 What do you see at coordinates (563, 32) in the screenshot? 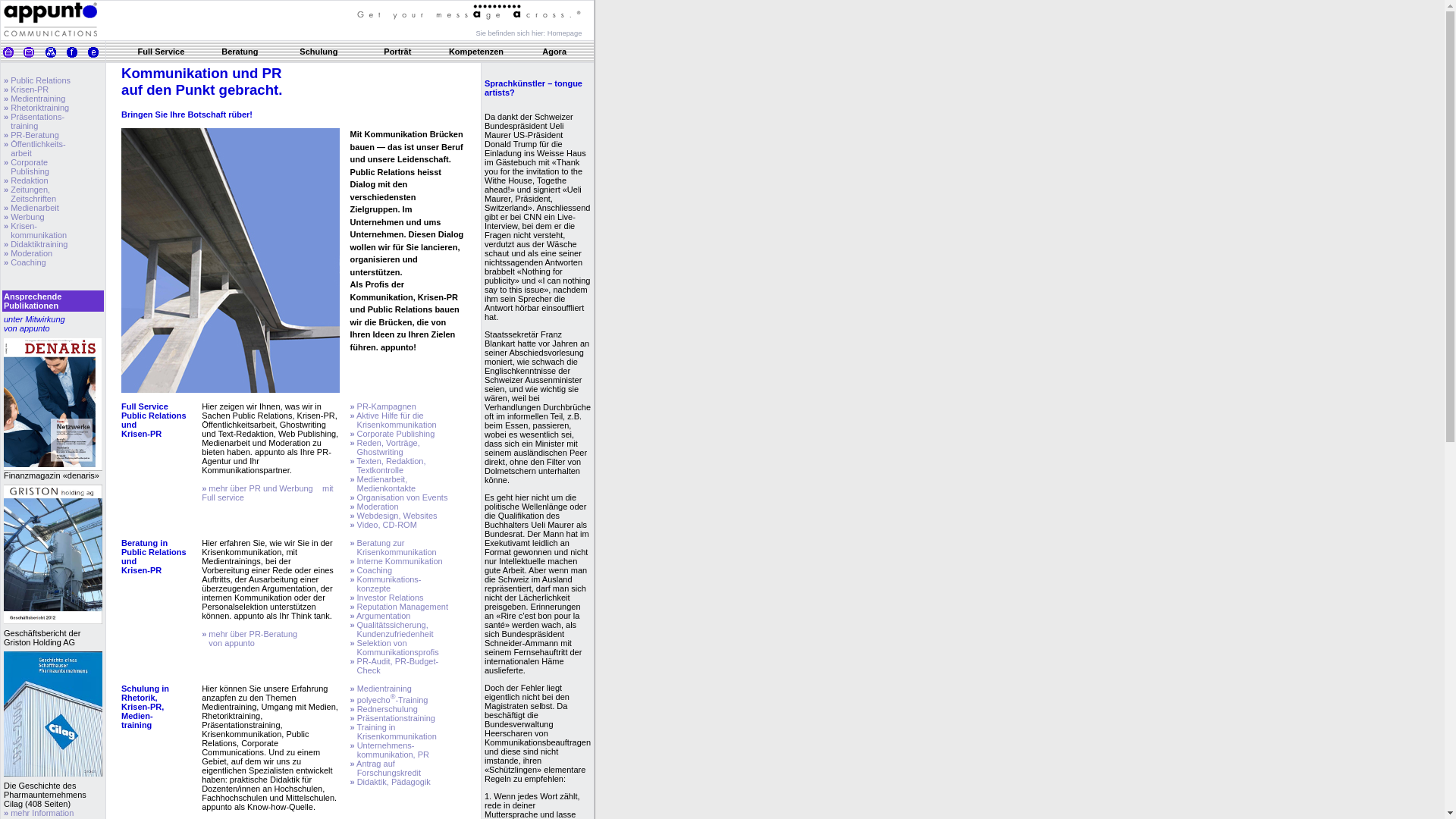
I see `'Homepage'` at bounding box center [563, 32].